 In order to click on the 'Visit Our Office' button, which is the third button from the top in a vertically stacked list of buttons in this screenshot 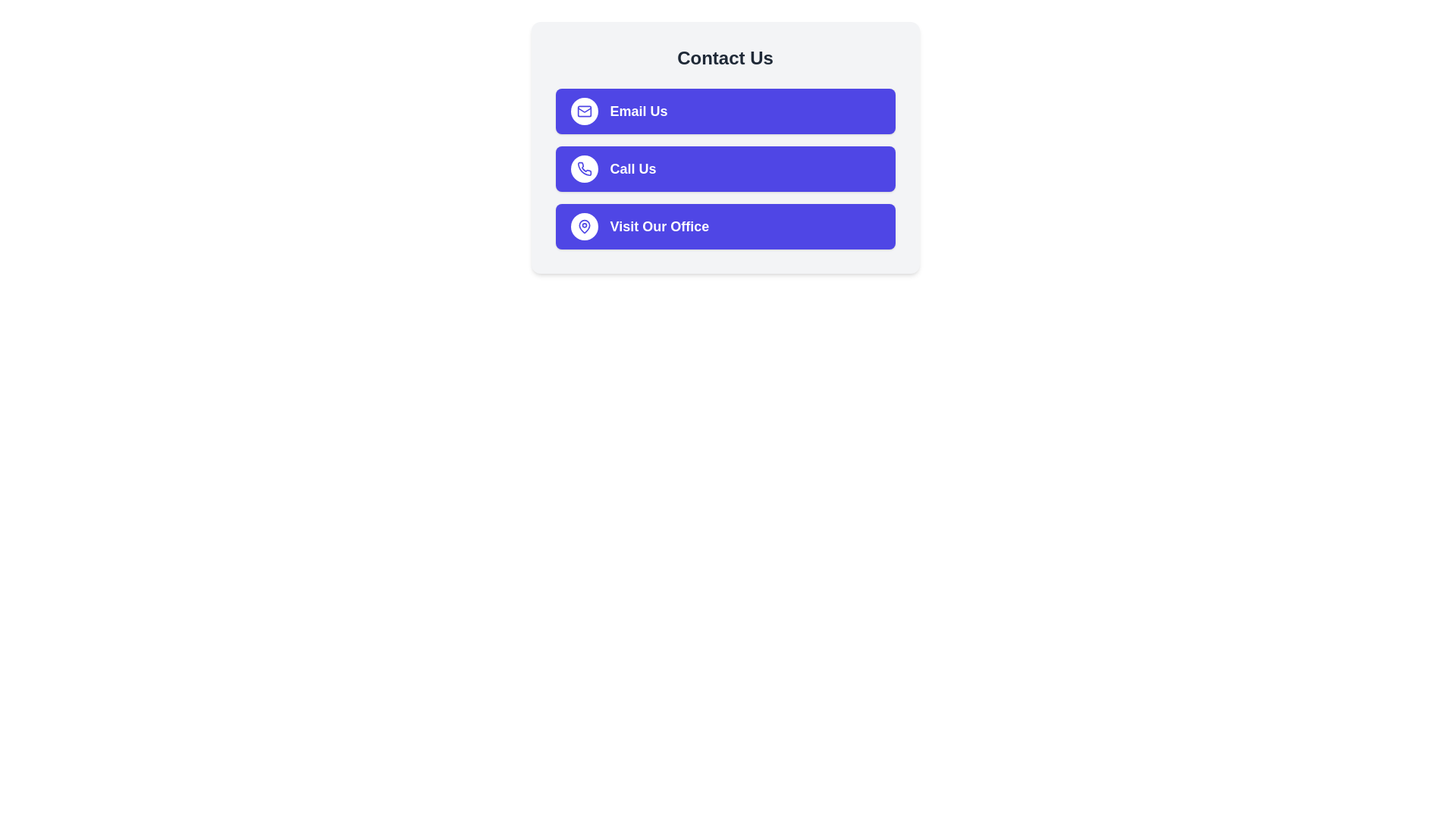, I will do `click(724, 227)`.